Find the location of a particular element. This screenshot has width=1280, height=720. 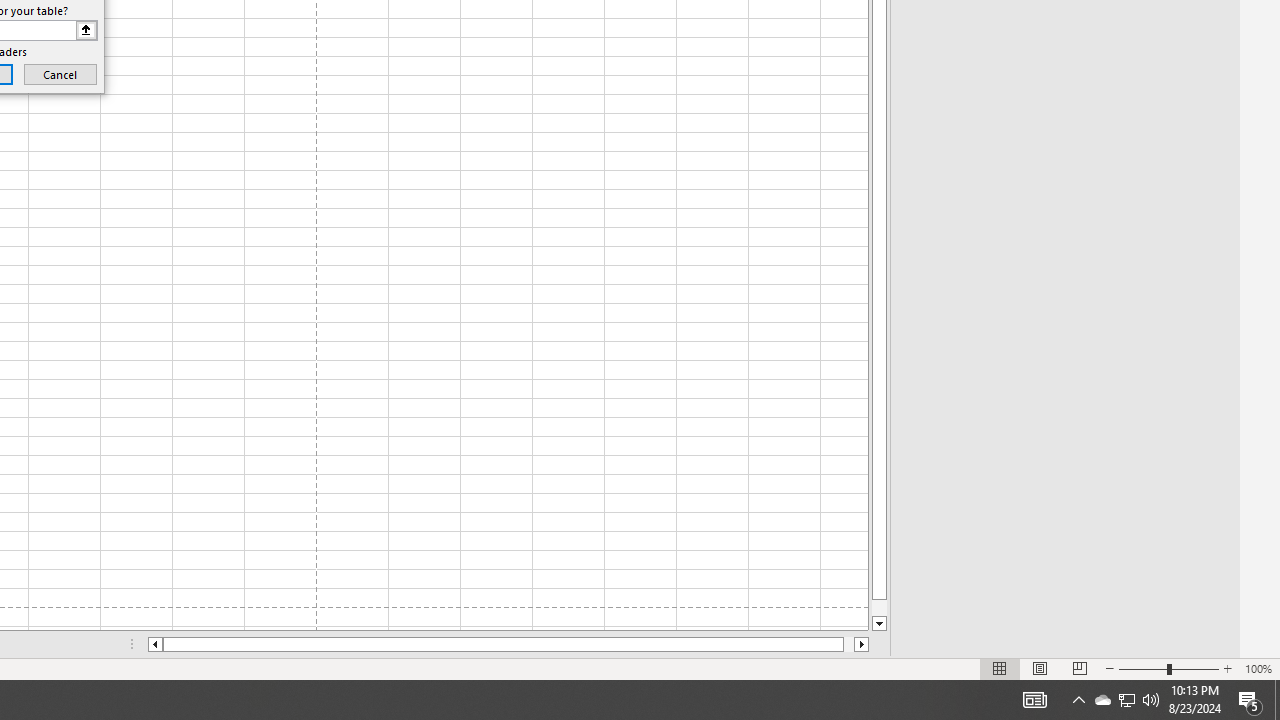

'Class: NetUIScrollBar' is located at coordinates (508, 644).